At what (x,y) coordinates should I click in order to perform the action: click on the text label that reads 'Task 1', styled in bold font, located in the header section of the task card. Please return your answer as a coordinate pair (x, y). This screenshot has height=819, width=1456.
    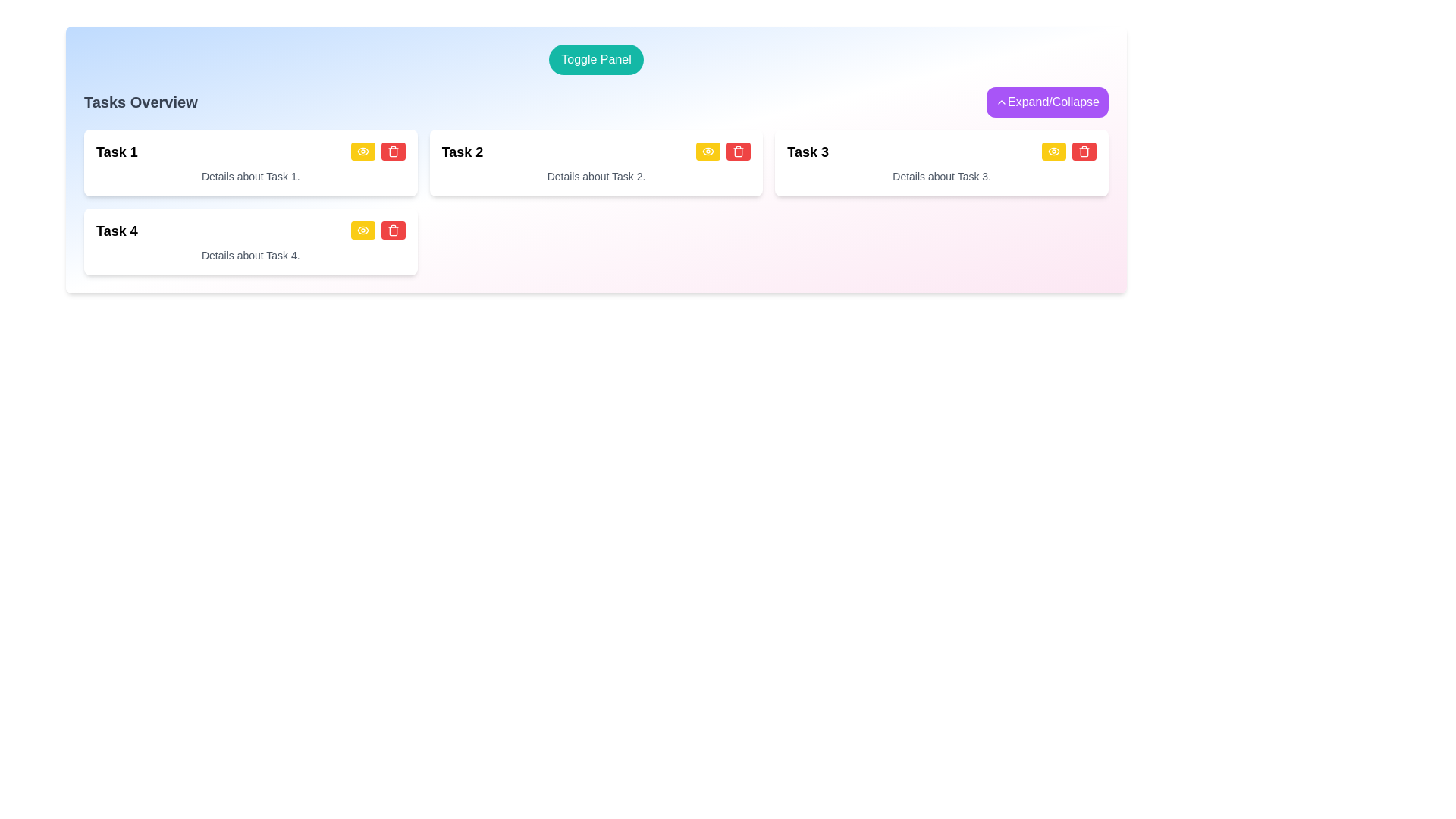
    Looking at the image, I should click on (116, 152).